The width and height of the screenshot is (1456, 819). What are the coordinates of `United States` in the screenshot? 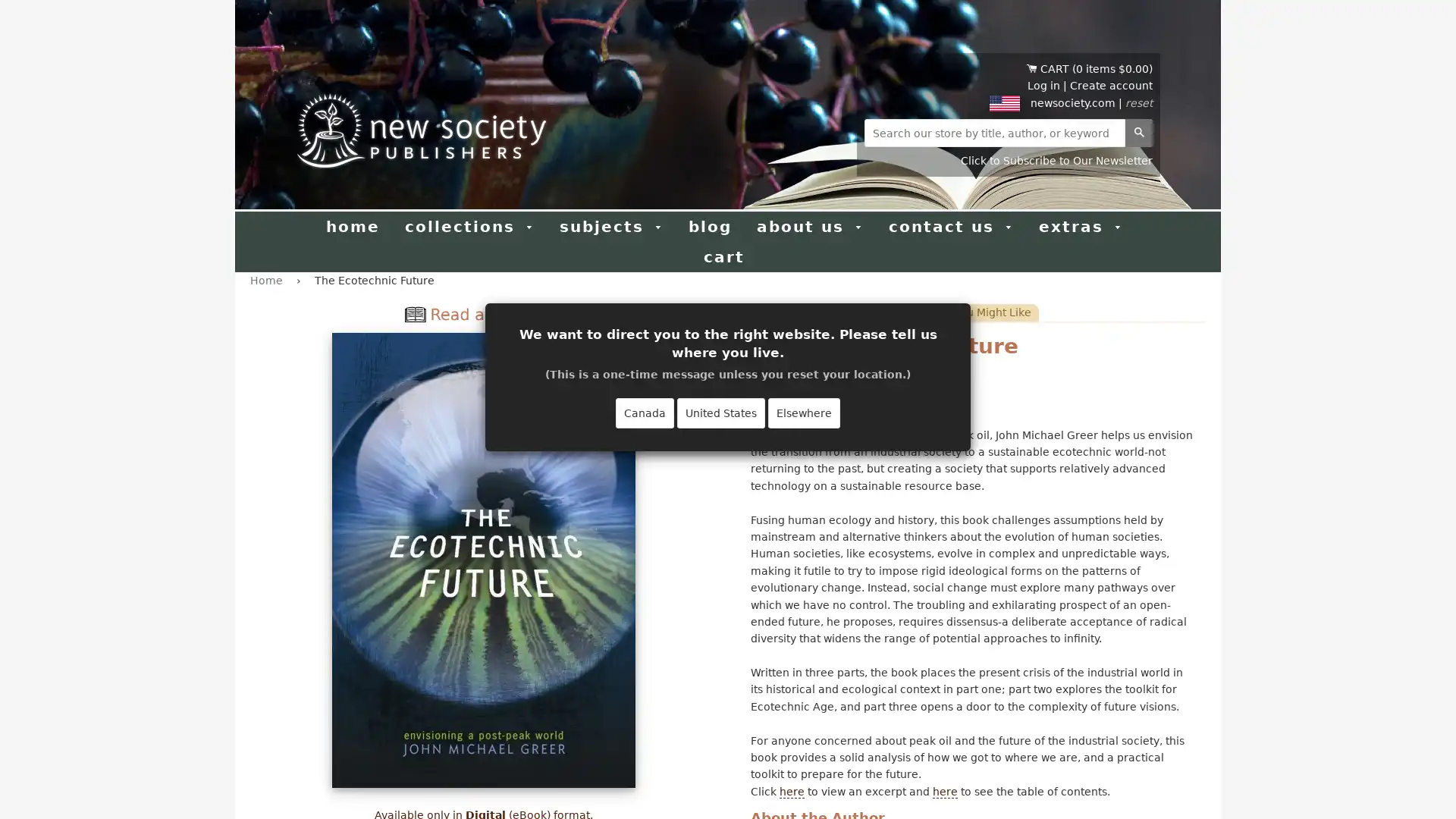 It's located at (720, 413).